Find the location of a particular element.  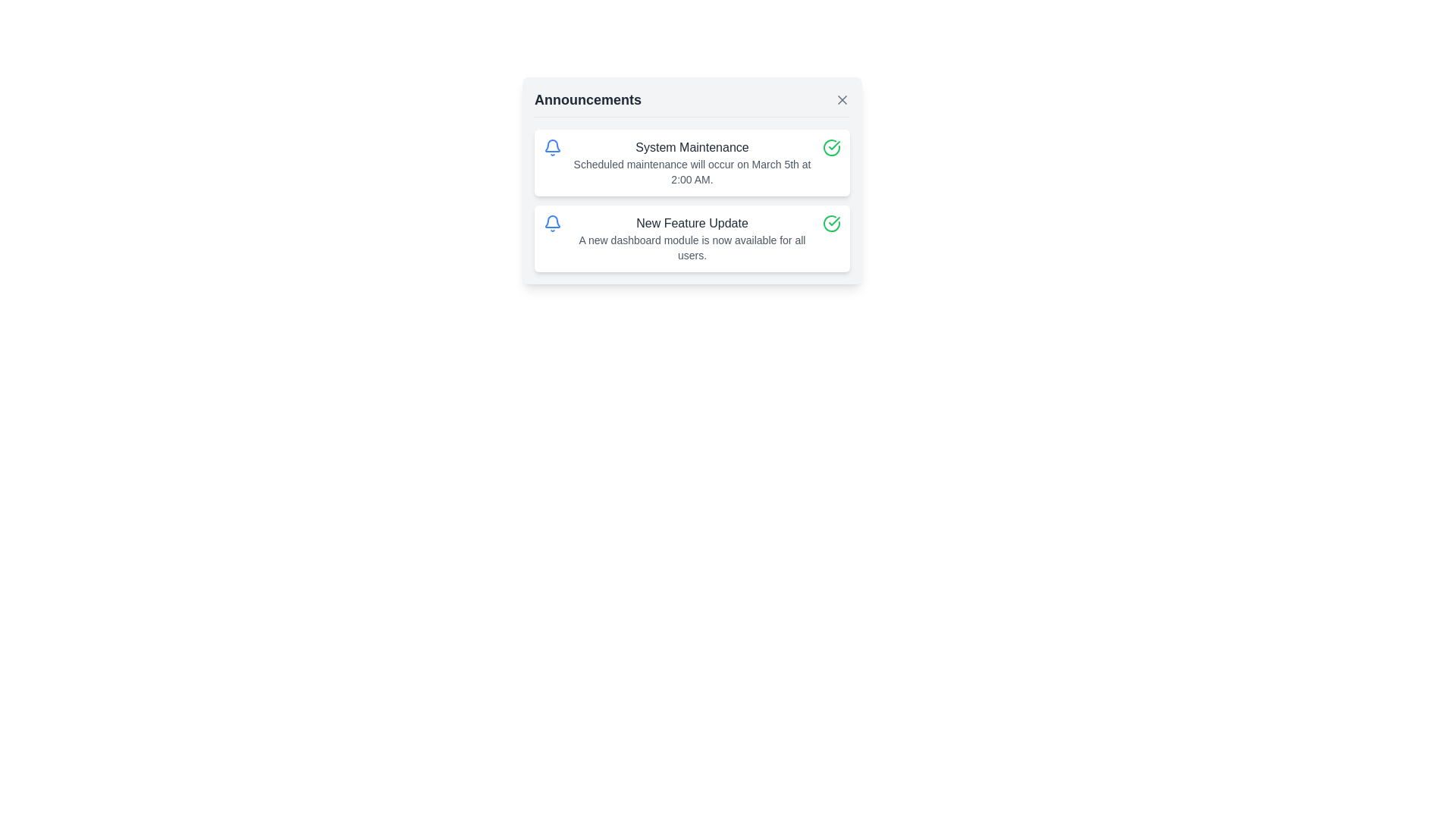

text content of the heading that displays 'System Maintenance' in dark gray color, located at the top of the announcements panel is located at coordinates (691, 148).